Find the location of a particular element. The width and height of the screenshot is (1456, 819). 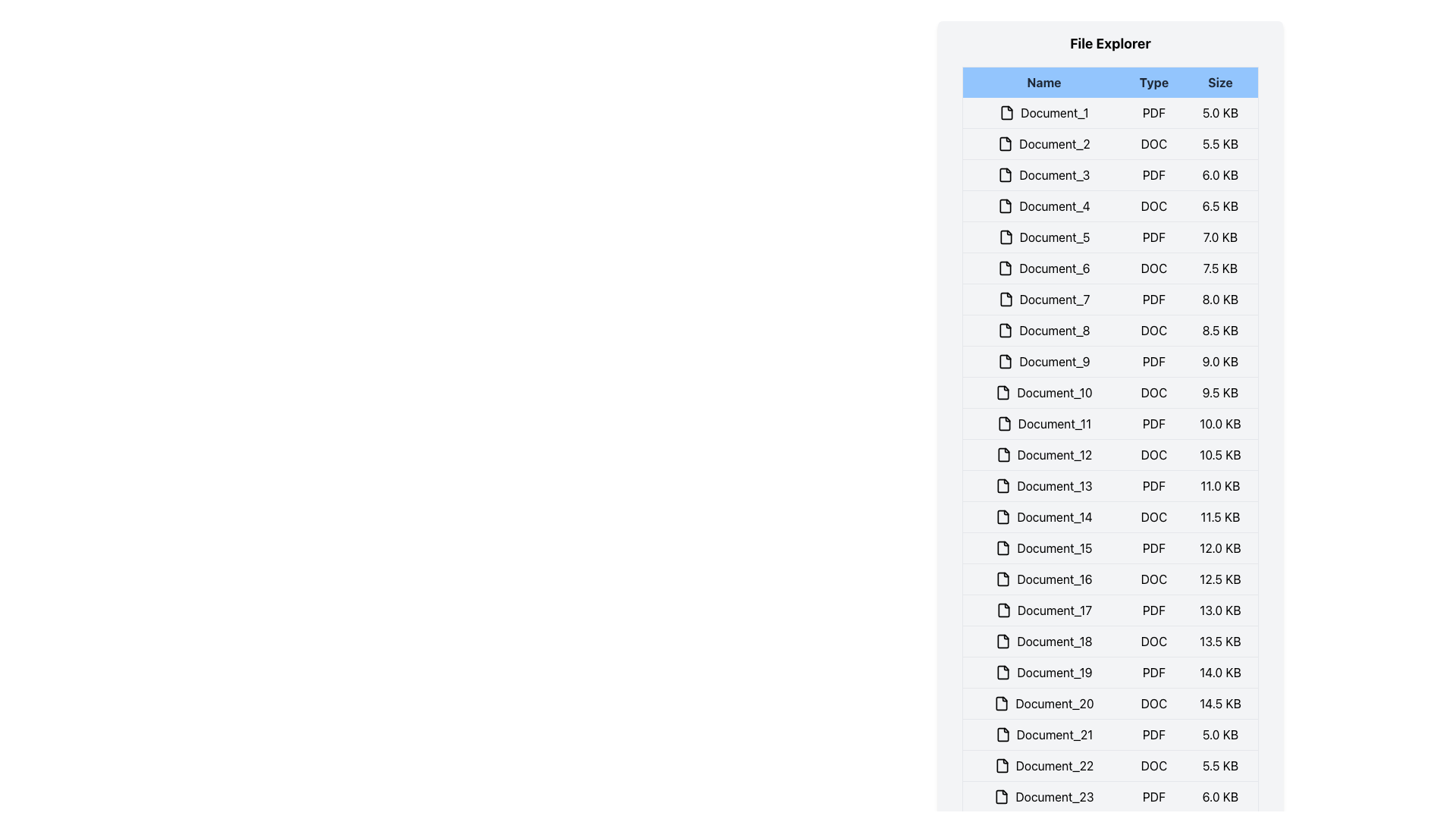

the 'DOC' label in the 'Type' column corresponding to 'Document_20' in the table view, which serves as a static text descriptor indicating the file type is located at coordinates (1153, 704).